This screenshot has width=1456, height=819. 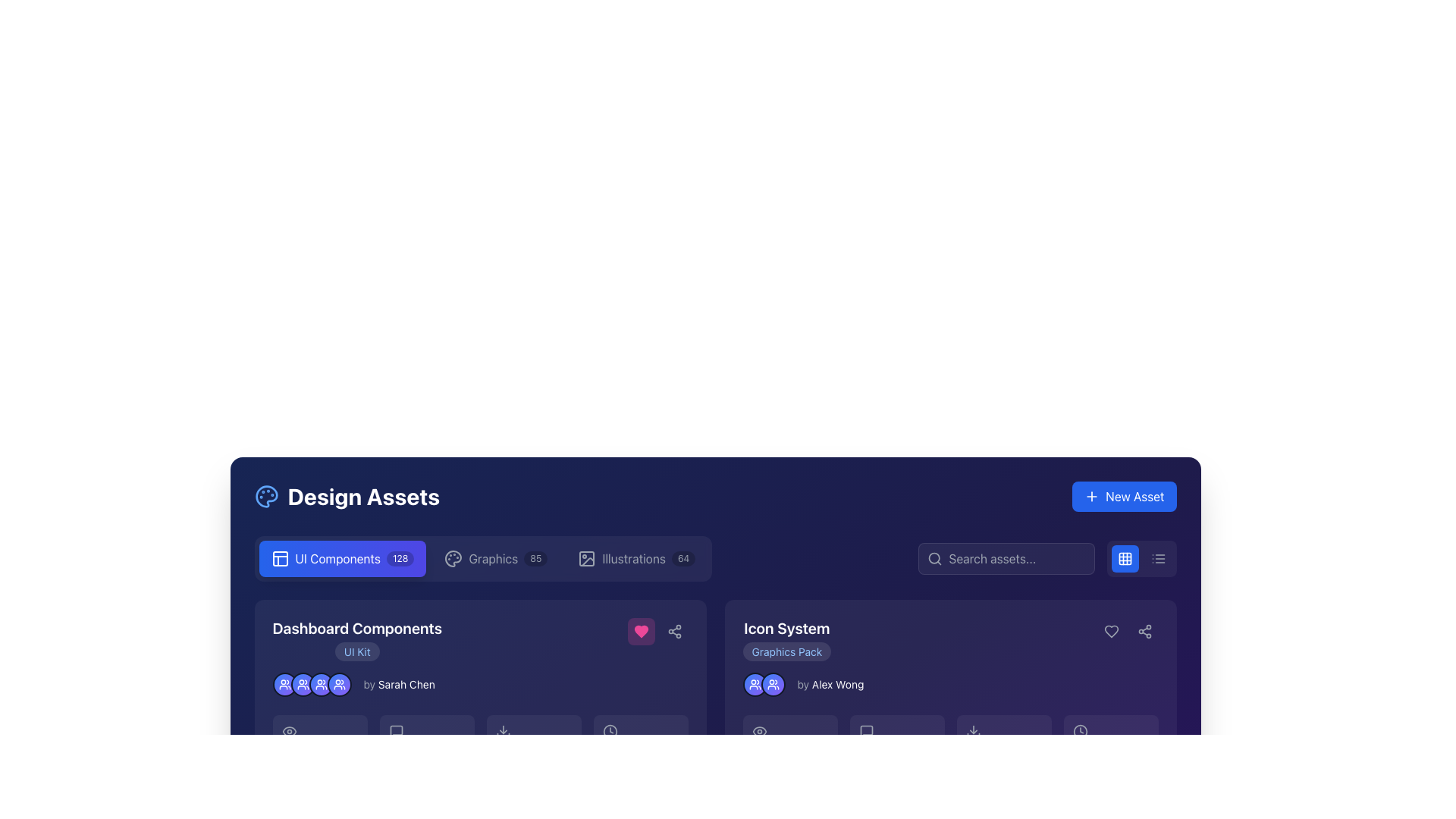 What do you see at coordinates (934, 558) in the screenshot?
I see `the search bar by clicking on the search icon located to the left of the placeholder text 'Search assets...'` at bounding box center [934, 558].